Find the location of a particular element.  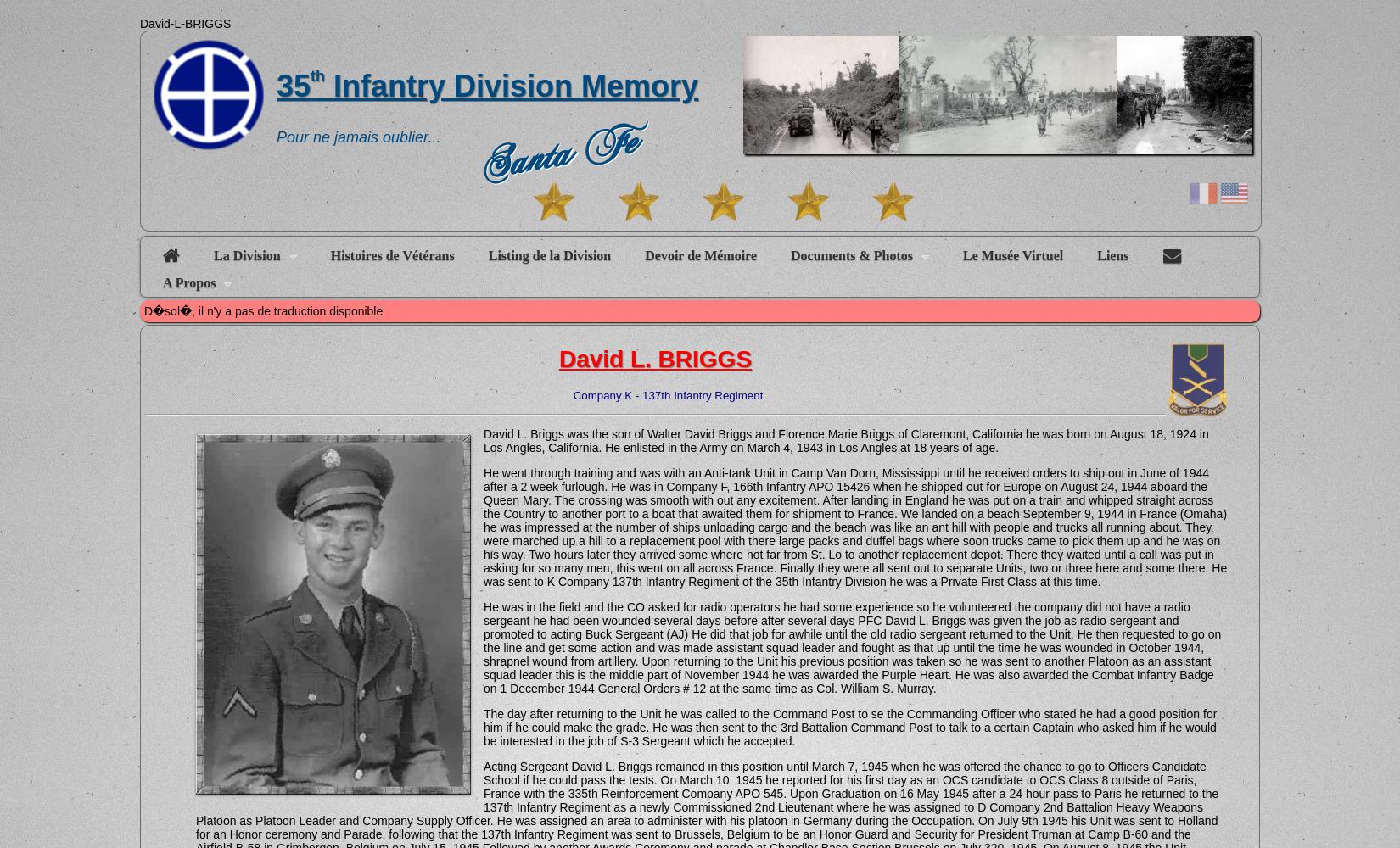

'He went through training and was with an Anti-tank Unit in Camp Van Dorn, Mississippi until he received orders to ship out in June of 1944 after a 2 week furlough. He was in Company F, 166th Infantry APO 15426 when he shipped out for Europe on August 24, 1944 aboard the Queen Mary. The crossing was smooth with out any excitement. After landing in England he was put on a train and whipped straight across the Country to another port to a boat that awaited them for shipment to France. We landed on a beach September 9, 1944 in France (Omaha) he was impressed at the number of ships unloading cargo and the beach was like an ant hill with people and trucks all running about. They were marched up a hill to a replacement pool with there large packs and duffel bags where soon trucks came to pick them up and he was on his way. Two hours later they arrived some where not far from St. Lo to another replacement depot. There they waited until a call was put in asking for so many men, this went on all across France. Finally they were all sent out to separate Units, two or three here and some there. He was sent to K Company 137th Infantry Regiment of the 35th Infantry Division he was a Private First Class at this time.' is located at coordinates (854, 526).